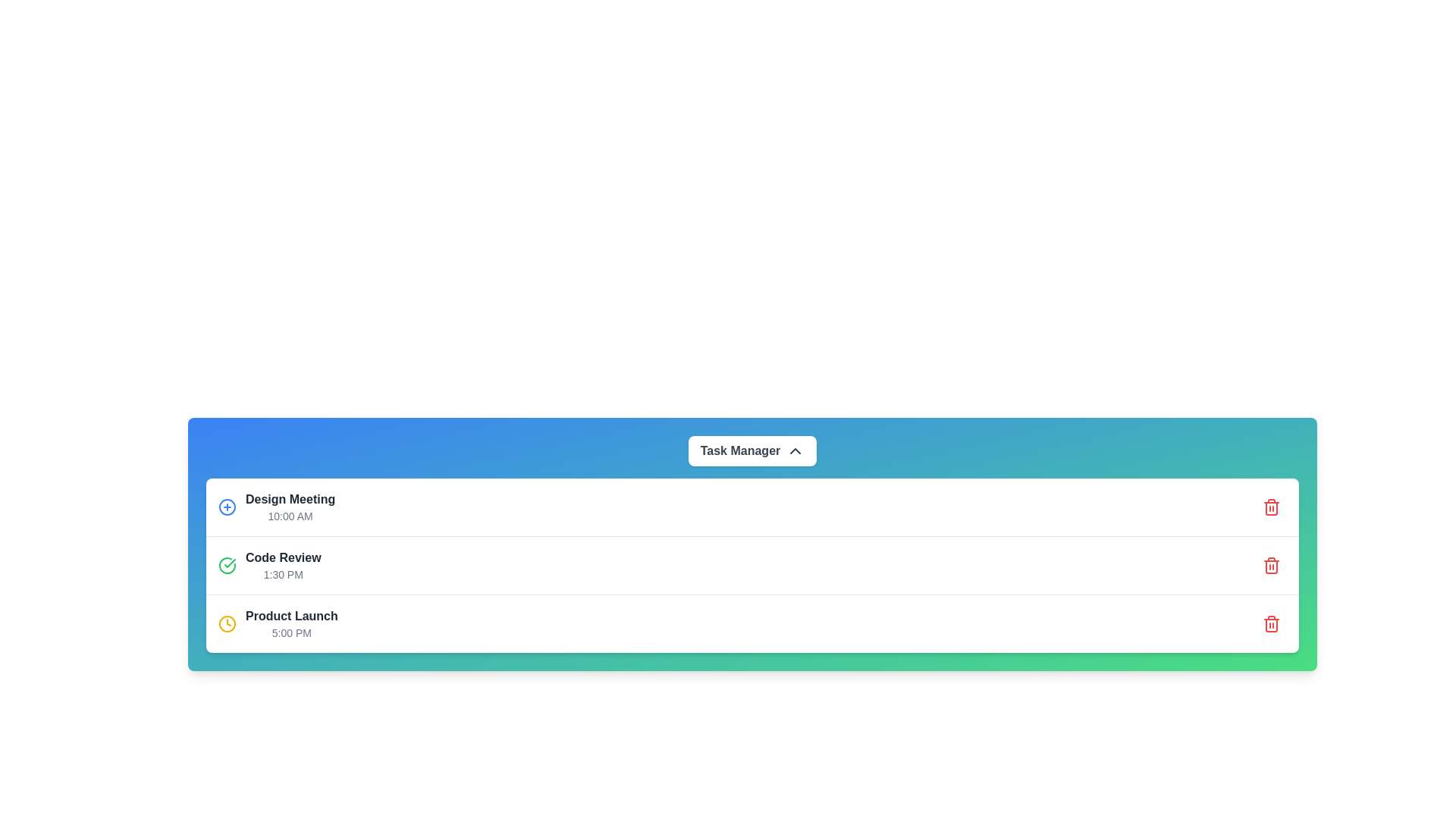  I want to click on the text label reading 'Design Meeting', which is styled with a bold font and dark gray color, positioned as the header of an event in a vertically-aligned list, so click(290, 500).